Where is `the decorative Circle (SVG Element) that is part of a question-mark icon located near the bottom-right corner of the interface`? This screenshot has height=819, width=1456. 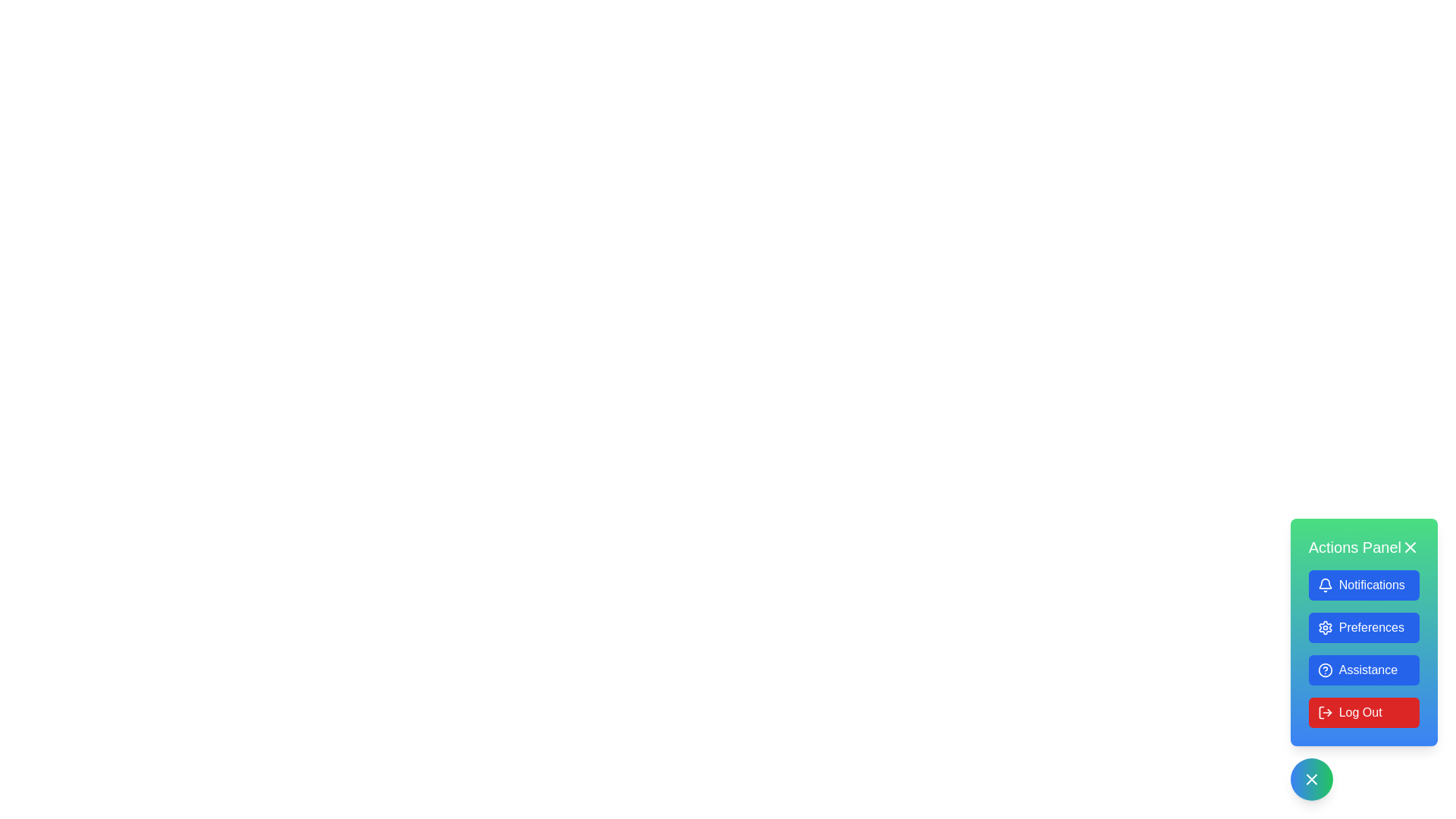 the decorative Circle (SVG Element) that is part of a question-mark icon located near the bottom-right corner of the interface is located at coordinates (1324, 669).